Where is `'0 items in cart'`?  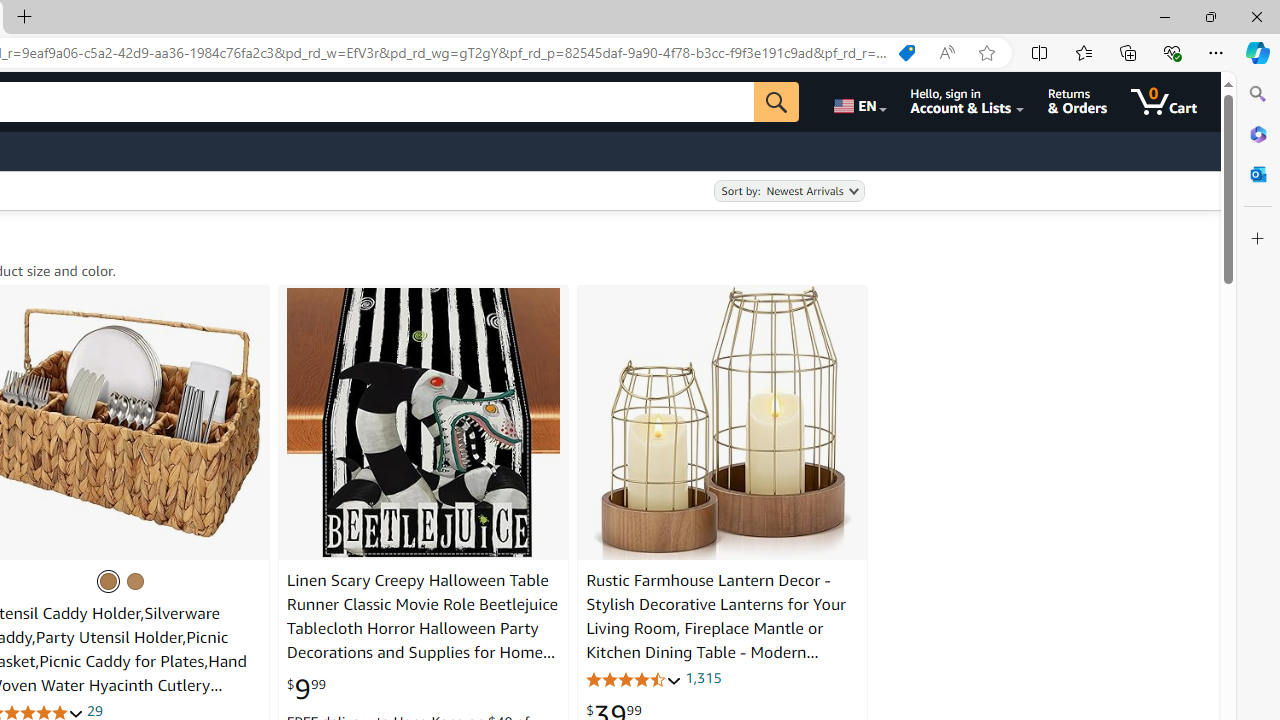 '0 items in cart' is located at coordinates (1164, 101).